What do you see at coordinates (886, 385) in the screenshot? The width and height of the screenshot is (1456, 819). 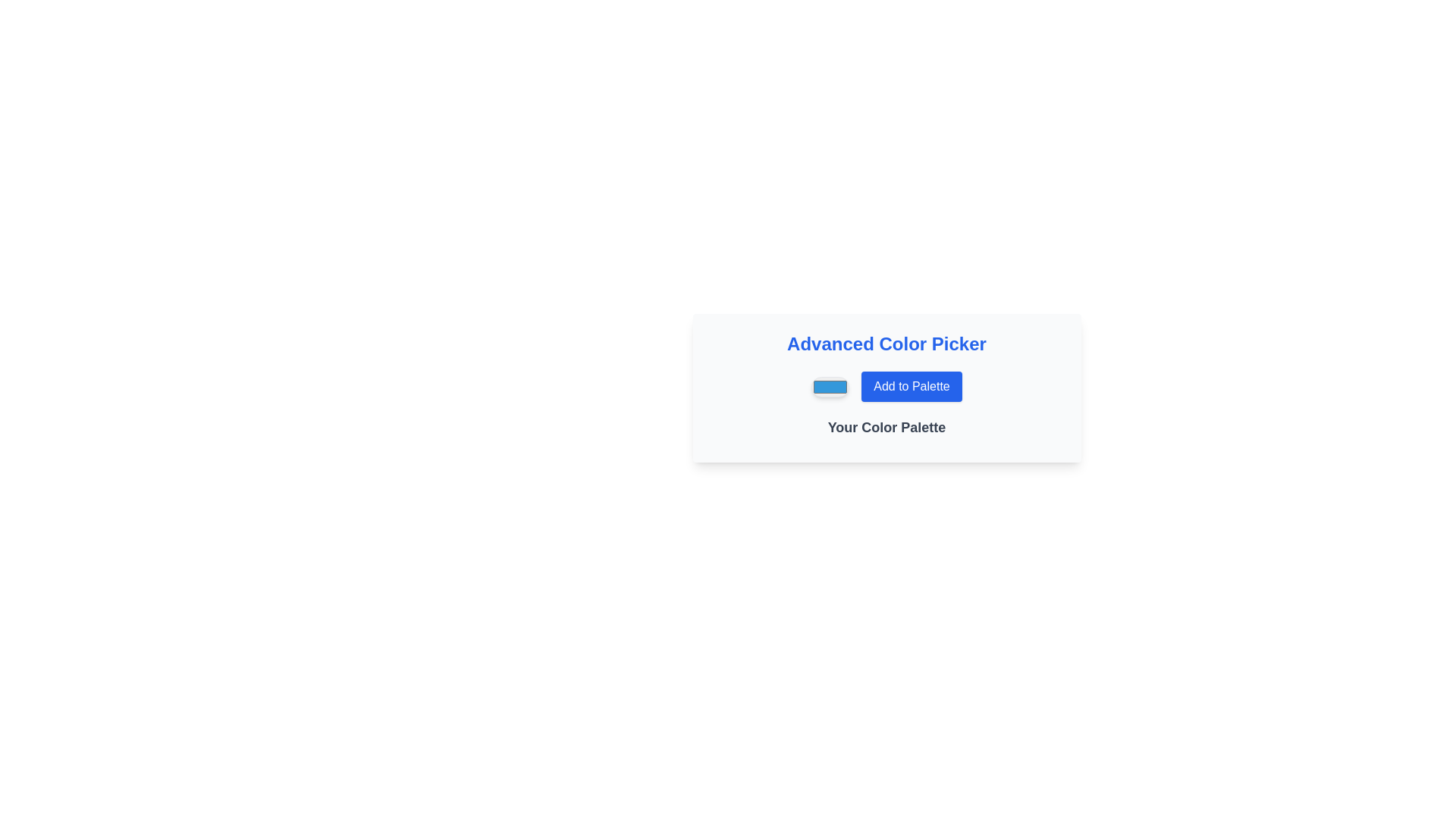 I see `the 'Add to Palette' button, which is a blue rectangular button located below the 'Advanced Color Picker' heading and above the 'Your Color Palette' text` at bounding box center [886, 385].